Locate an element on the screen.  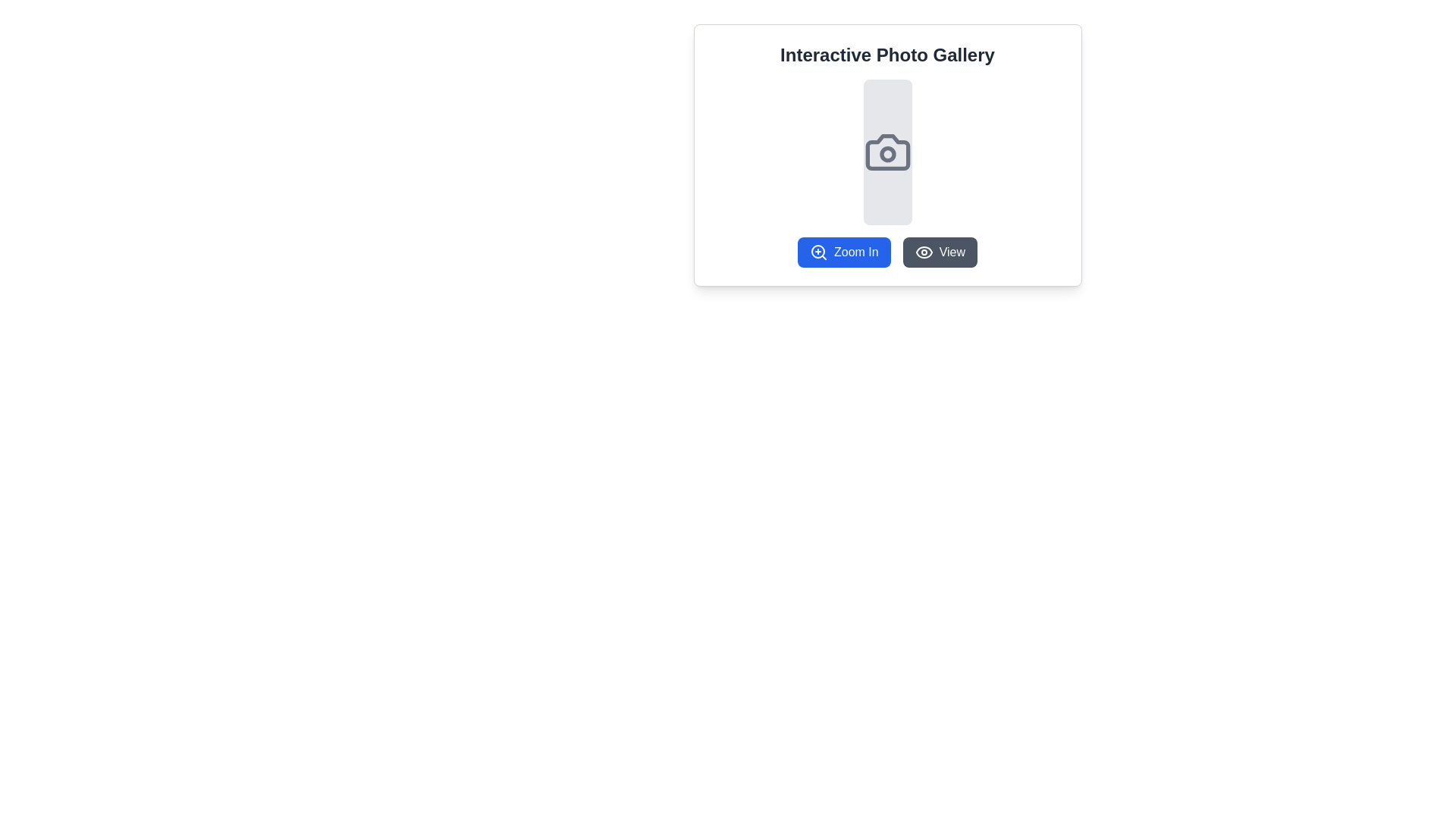
the camera icon graphic located in the Interactive Photo Gallery module, which serves as a decorative representation of a camera is located at coordinates (887, 152).